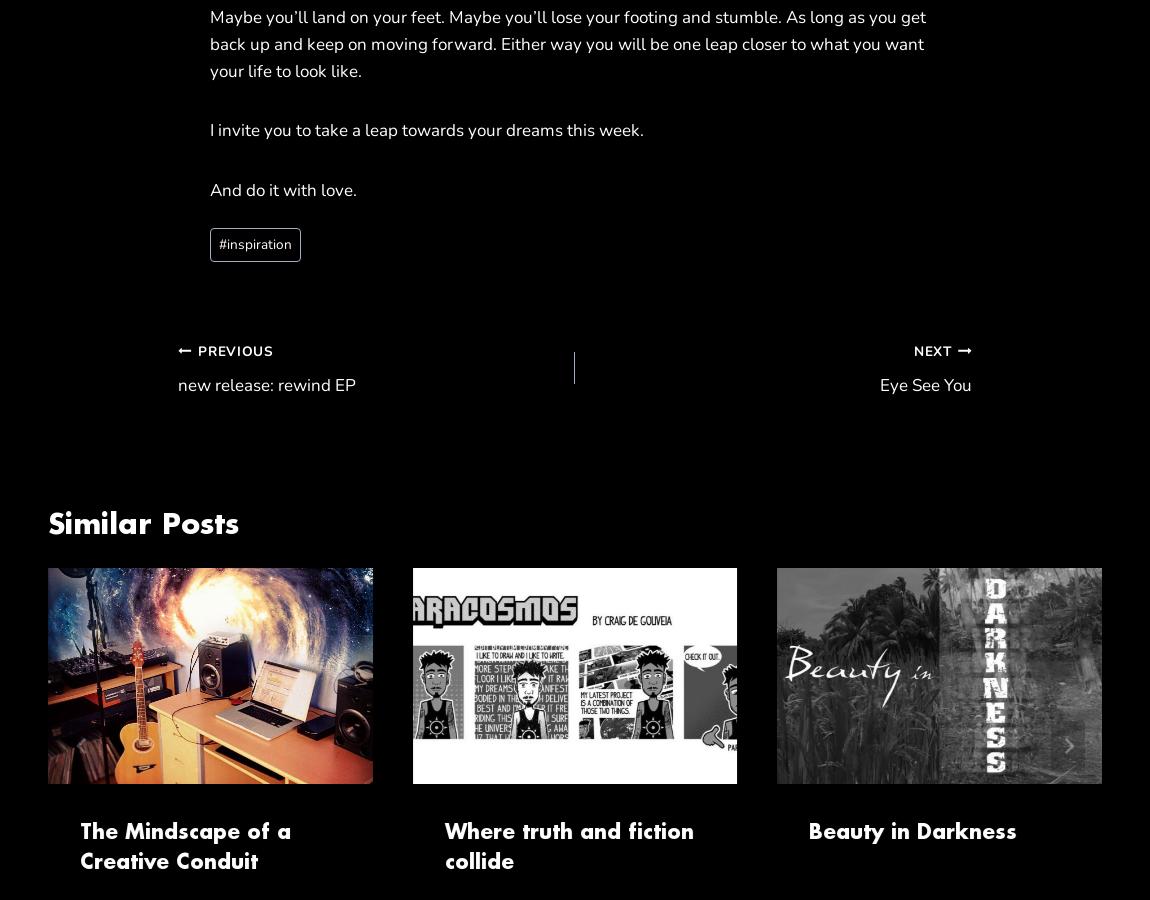  What do you see at coordinates (931, 350) in the screenshot?
I see `'Next'` at bounding box center [931, 350].